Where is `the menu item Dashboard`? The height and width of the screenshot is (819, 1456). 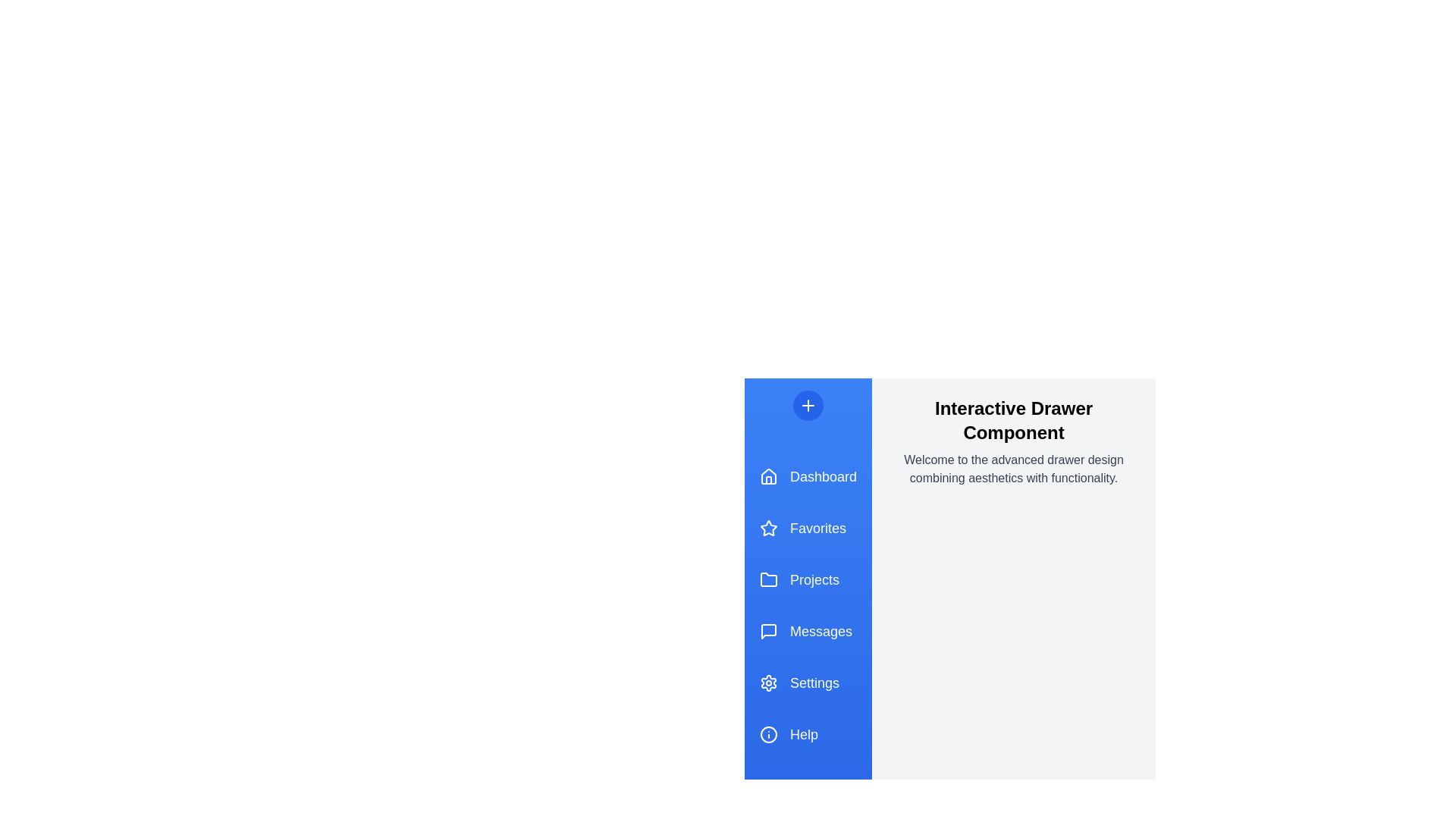 the menu item Dashboard is located at coordinates (807, 475).